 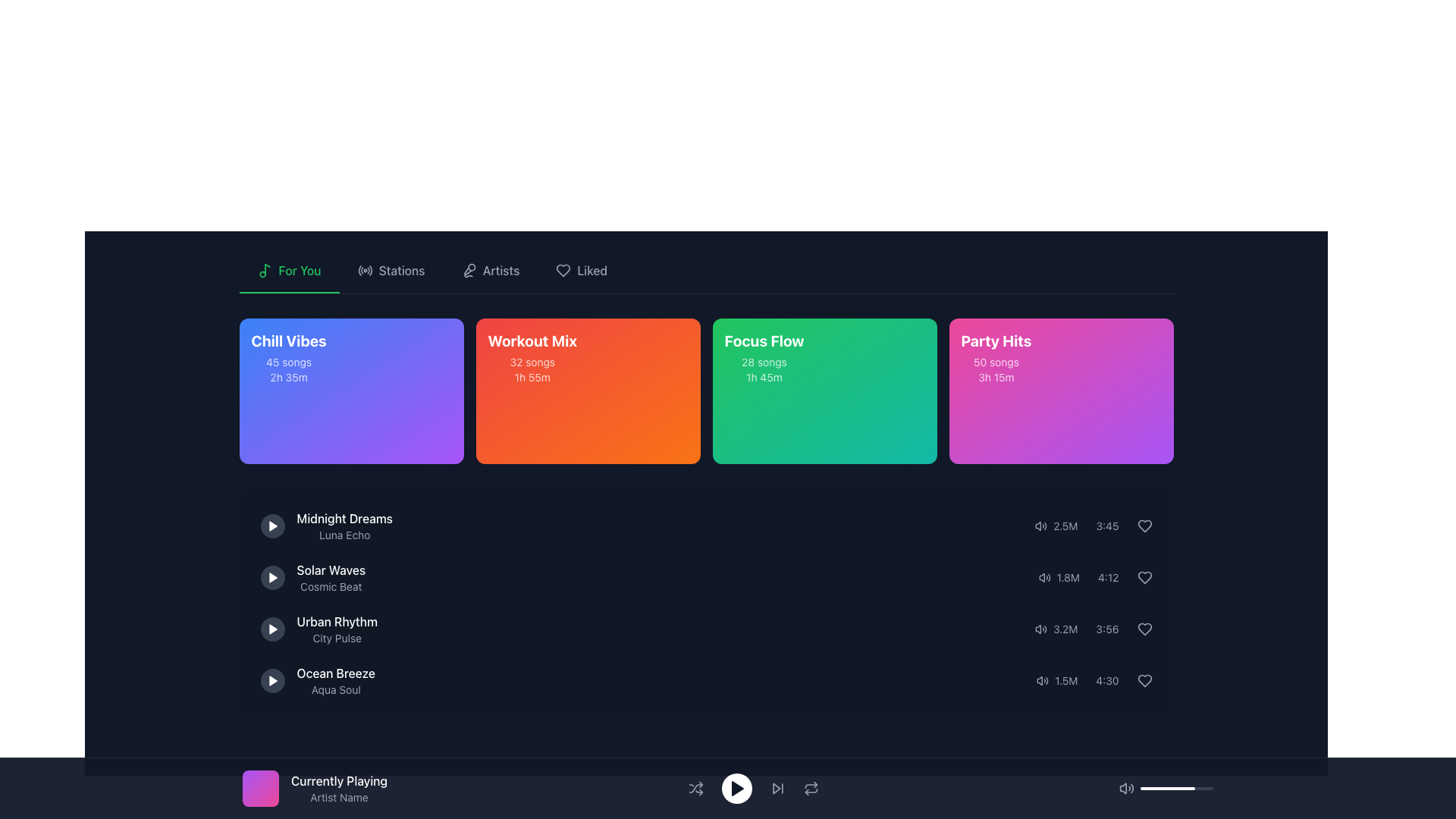 I want to click on the informational text label that communicates a numerical value, located beneath the 'Party Hits' card and aligned with other elements in the interface, so click(x=1067, y=578).